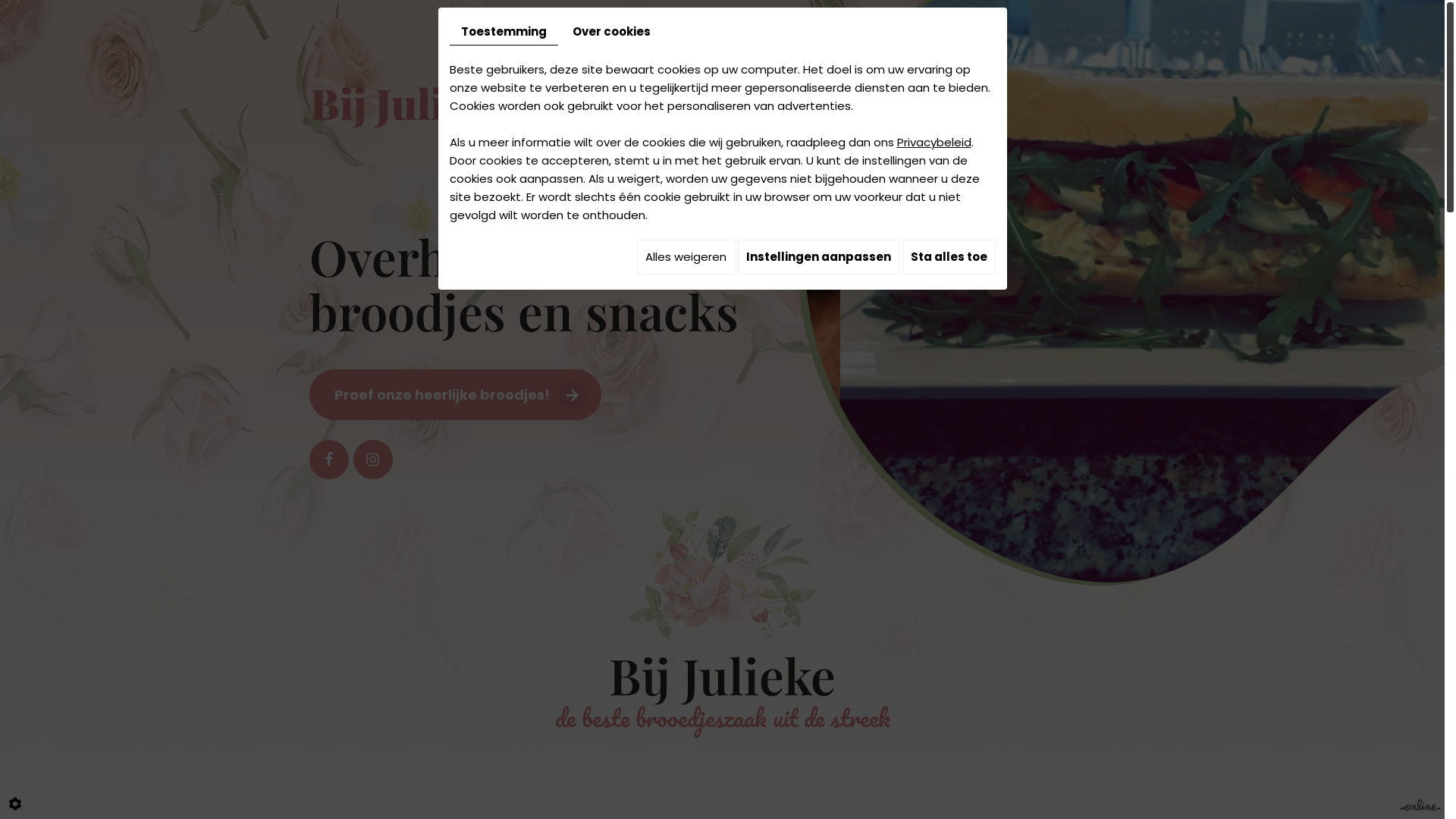 The width and height of the screenshot is (1456, 819). What do you see at coordinates (817, 256) in the screenshot?
I see `'Instellingen aanpassen'` at bounding box center [817, 256].